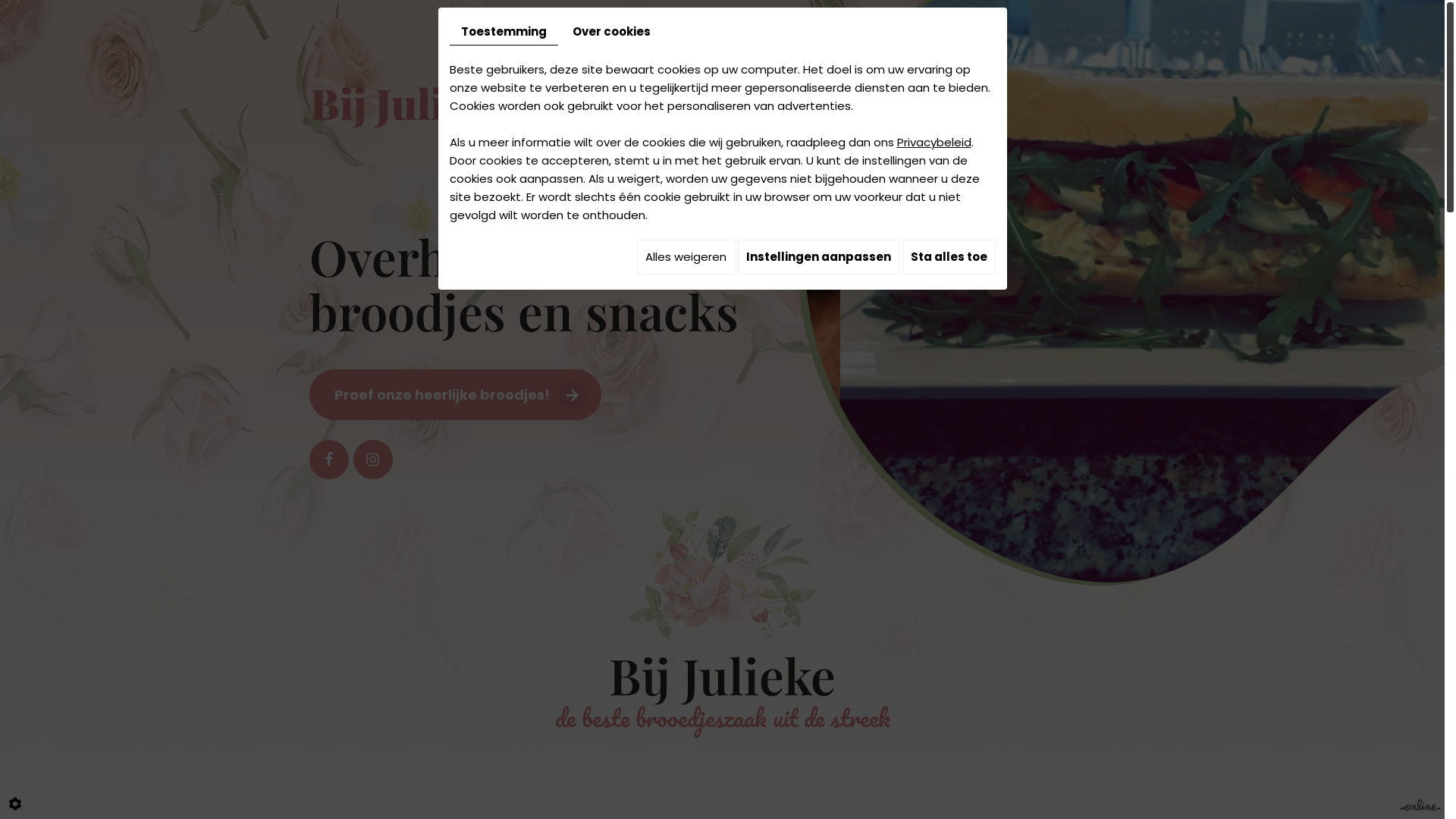 The width and height of the screenshot is (1456, 819). What do you see at coordinates (817, 256) in the screenshot?
I see `'Instellingen aanpassen'` at bounding box center [817, 256].